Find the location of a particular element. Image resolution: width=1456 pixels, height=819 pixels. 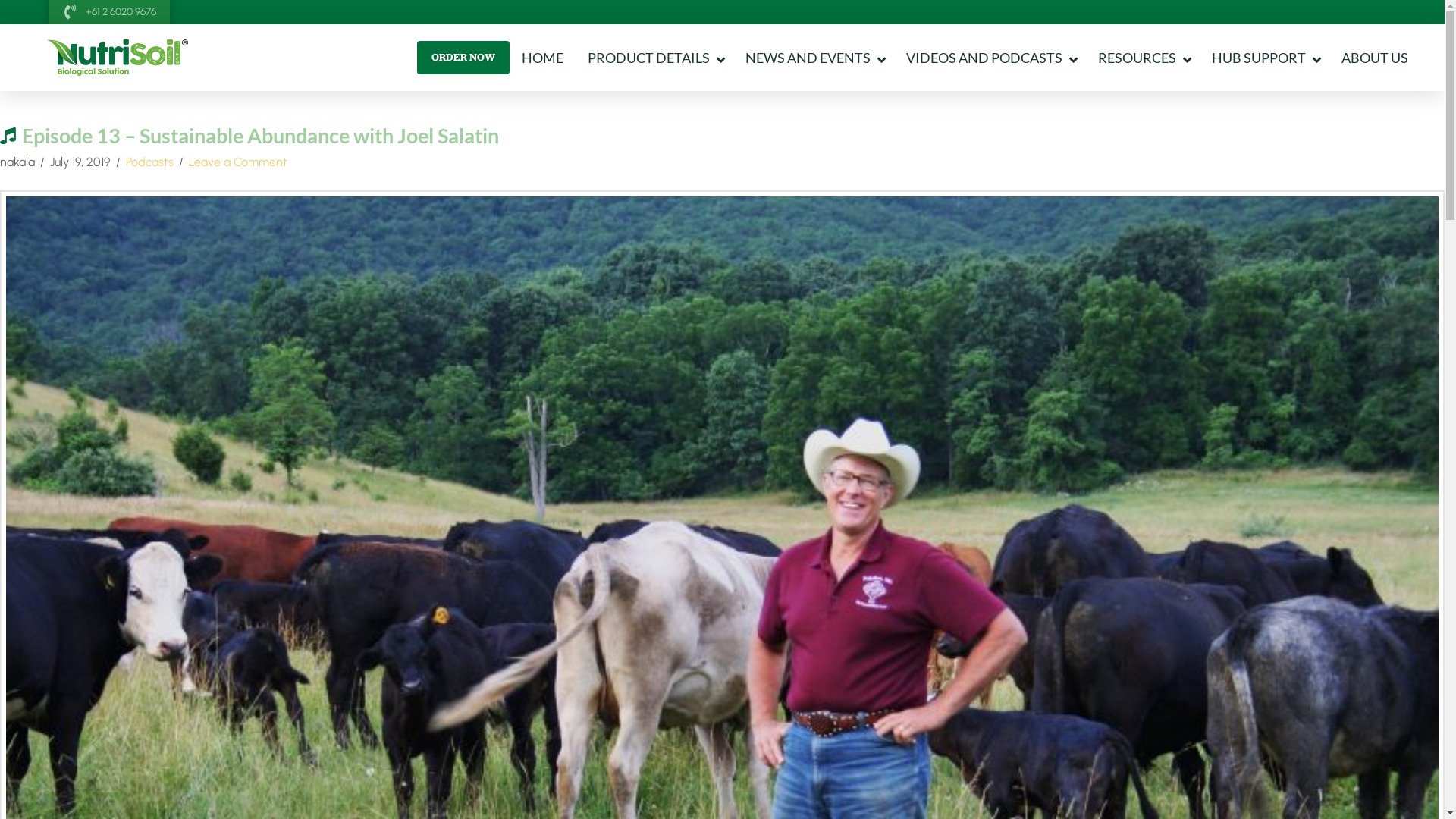

'ORDER NOW' is located at coordinates (462, 57).